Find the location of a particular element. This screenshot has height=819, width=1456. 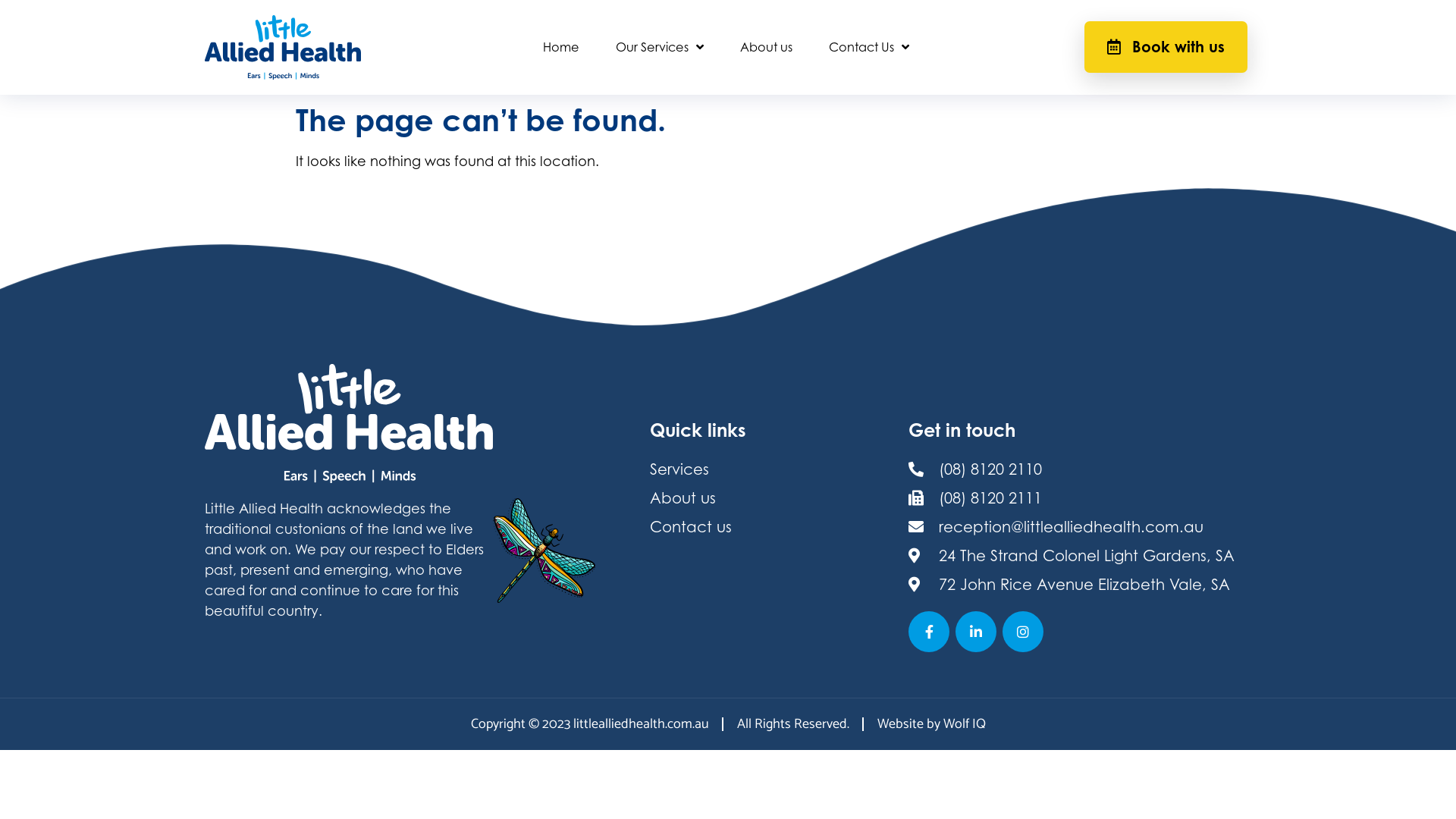

'24 The Strand Colonel Light Gardens, SA' is located at coordinates (1077, 555).